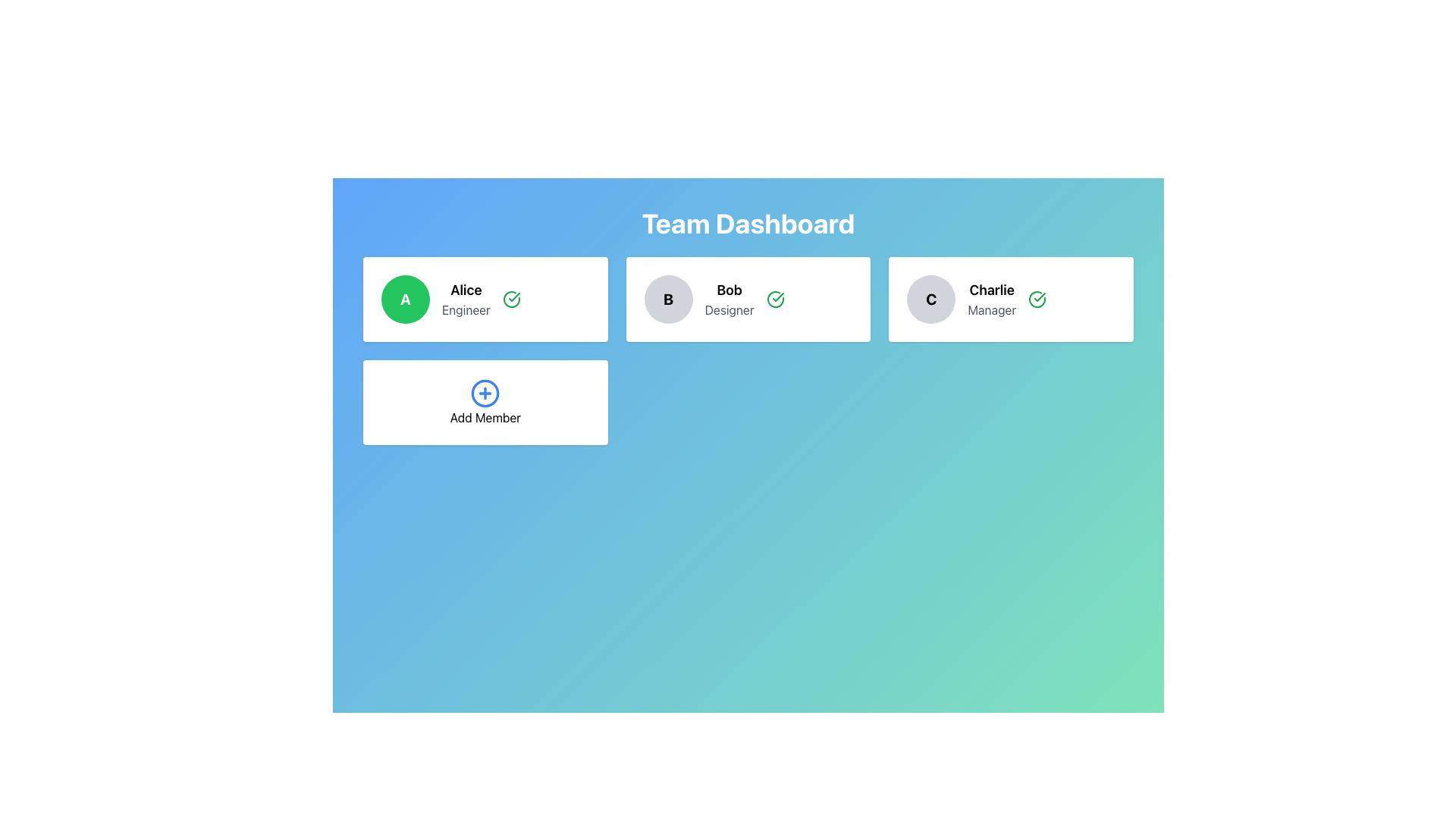 The height and width of the screenshot is (819, 1456). Describe the element at coordinates (485, 393) in the screenshot. I see `the blue circular button with a white outline plus sign inside, located centrally within the 'Add Member' card on the dashboard, to invoke its action` at that location.